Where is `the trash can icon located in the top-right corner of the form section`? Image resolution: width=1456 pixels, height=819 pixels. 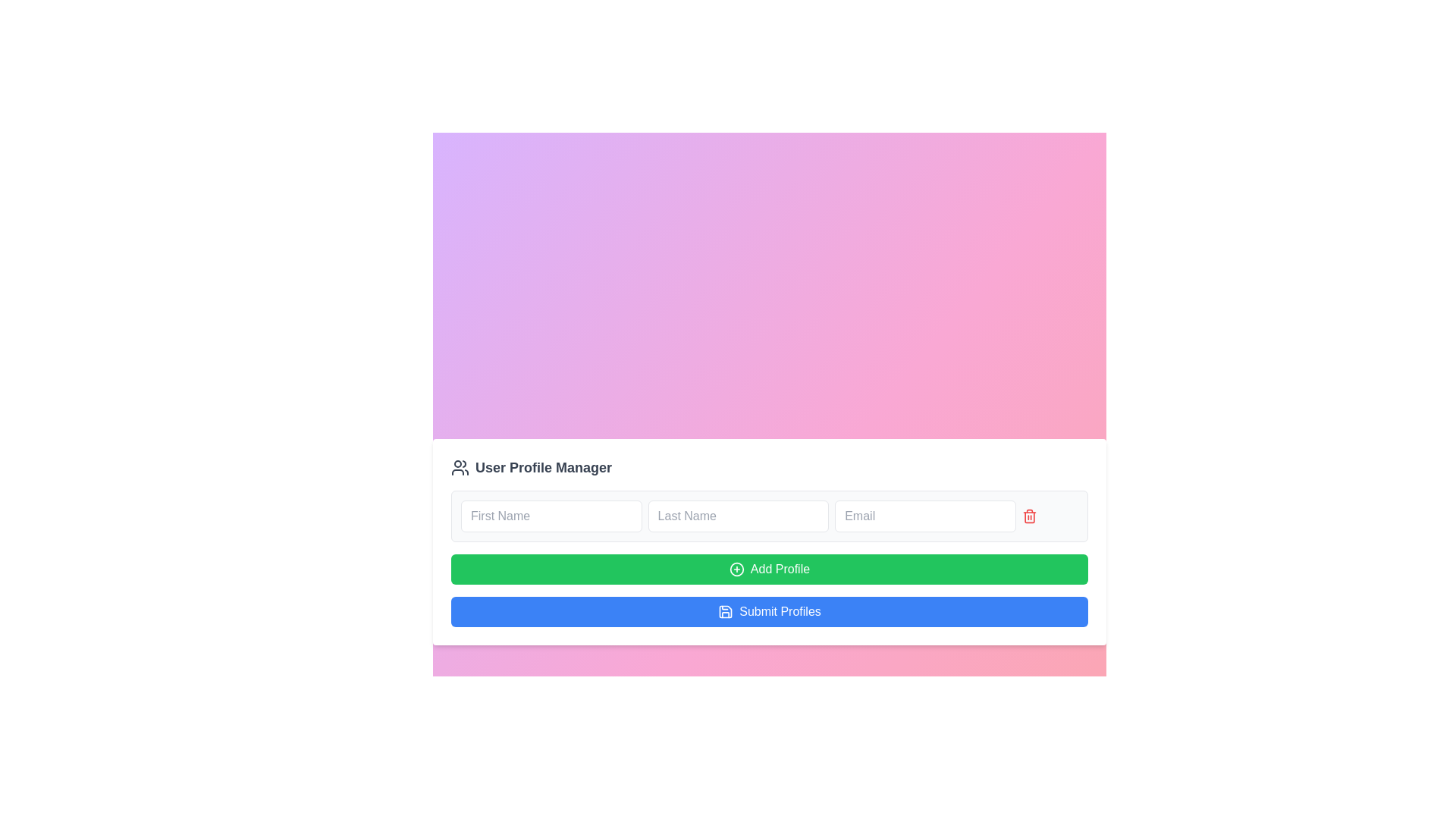
the trash can icon located in the top-right corner of the form section is located at coordinates (1029, 516).